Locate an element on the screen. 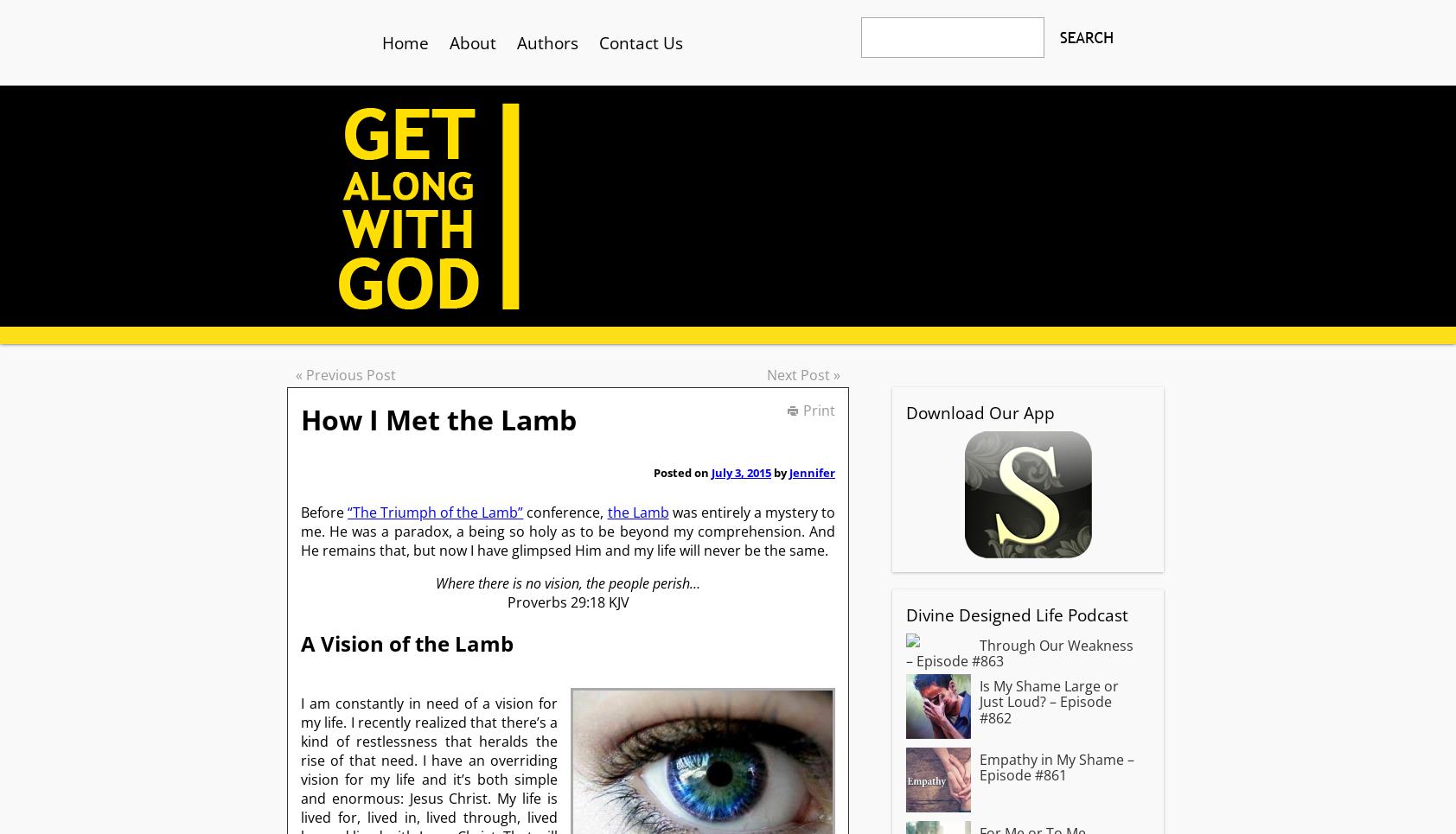  'How I Met the Lamb' is located at coordinates (437, 419).